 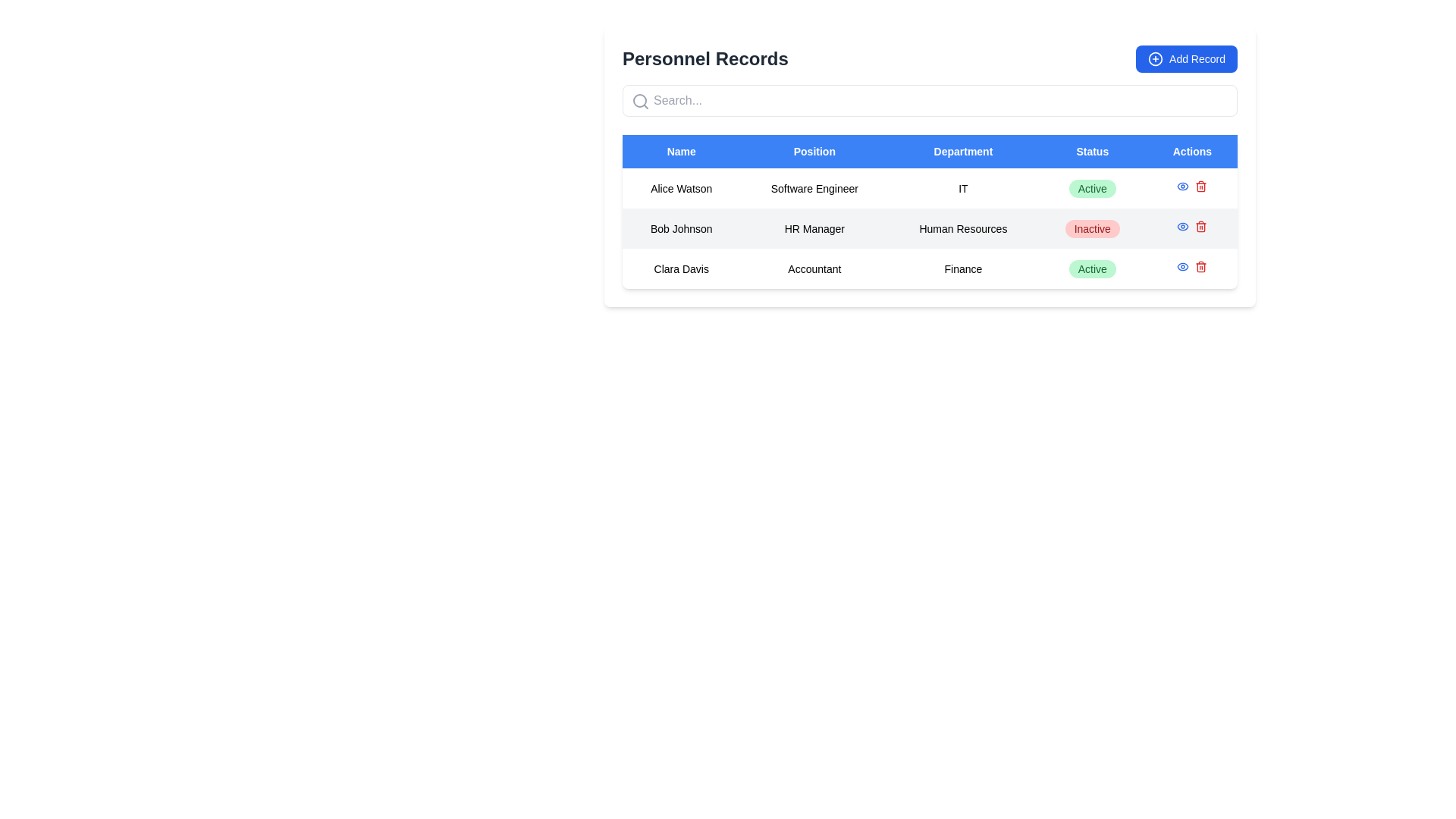 I want to click on the Text element (Heading) that serves as a title for the personnel records section, so click(x=704, y=58).